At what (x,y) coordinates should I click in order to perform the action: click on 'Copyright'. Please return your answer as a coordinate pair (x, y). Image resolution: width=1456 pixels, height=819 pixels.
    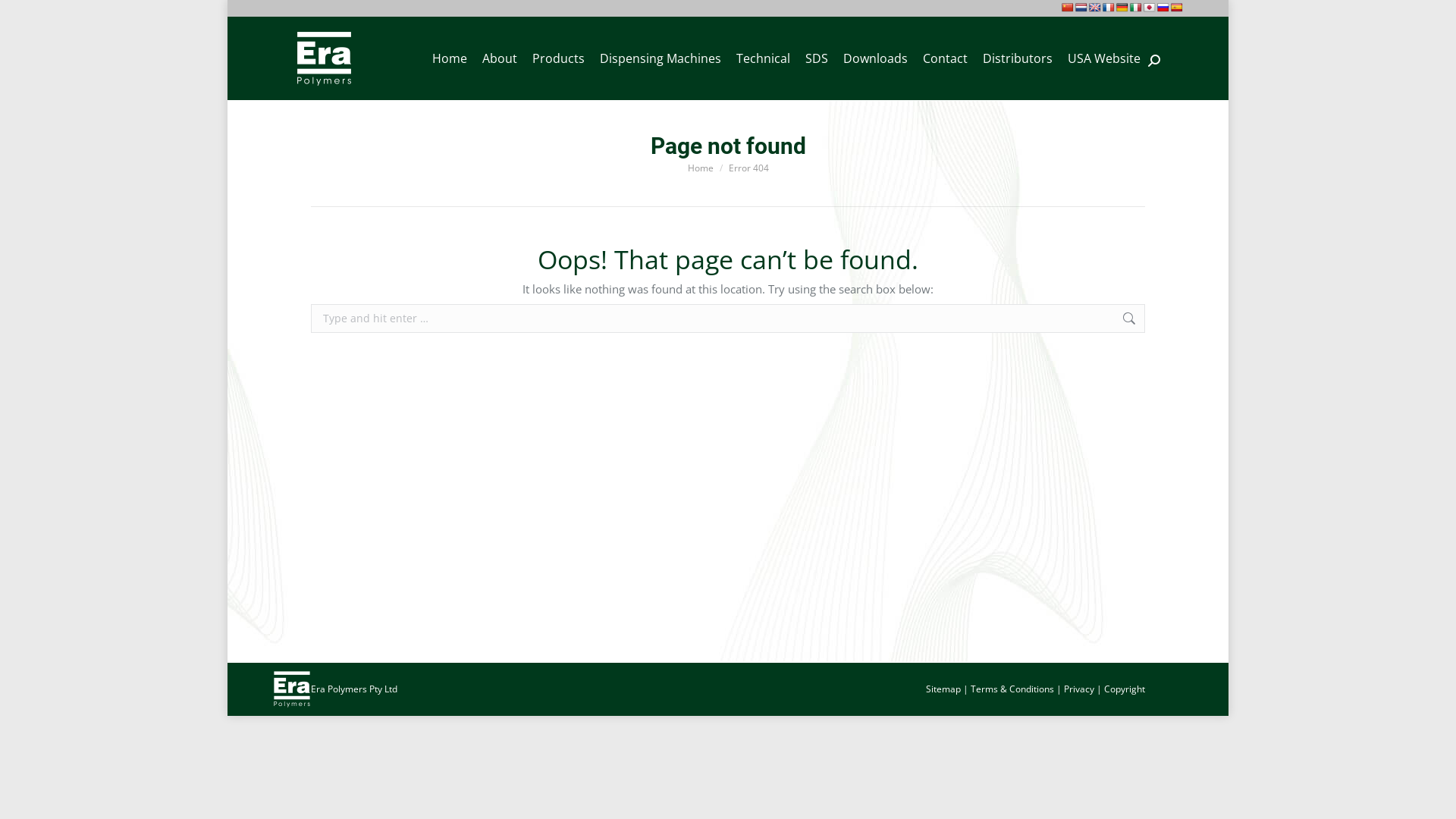
    Looking at the image, I should click on (1125, 689).